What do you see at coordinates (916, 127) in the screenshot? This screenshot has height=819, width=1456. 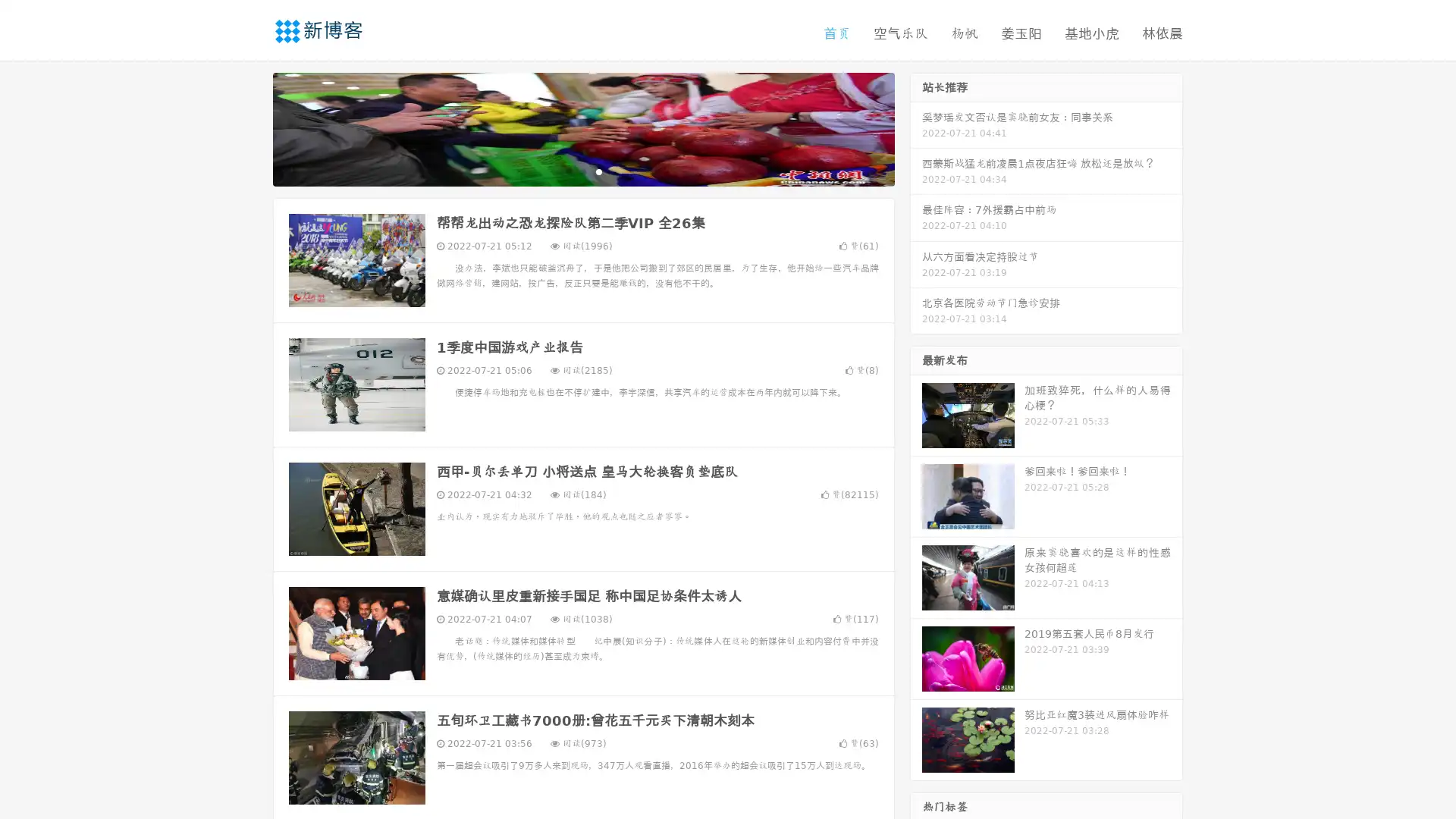 I see `Next slide` at bounding box center [916, 127].